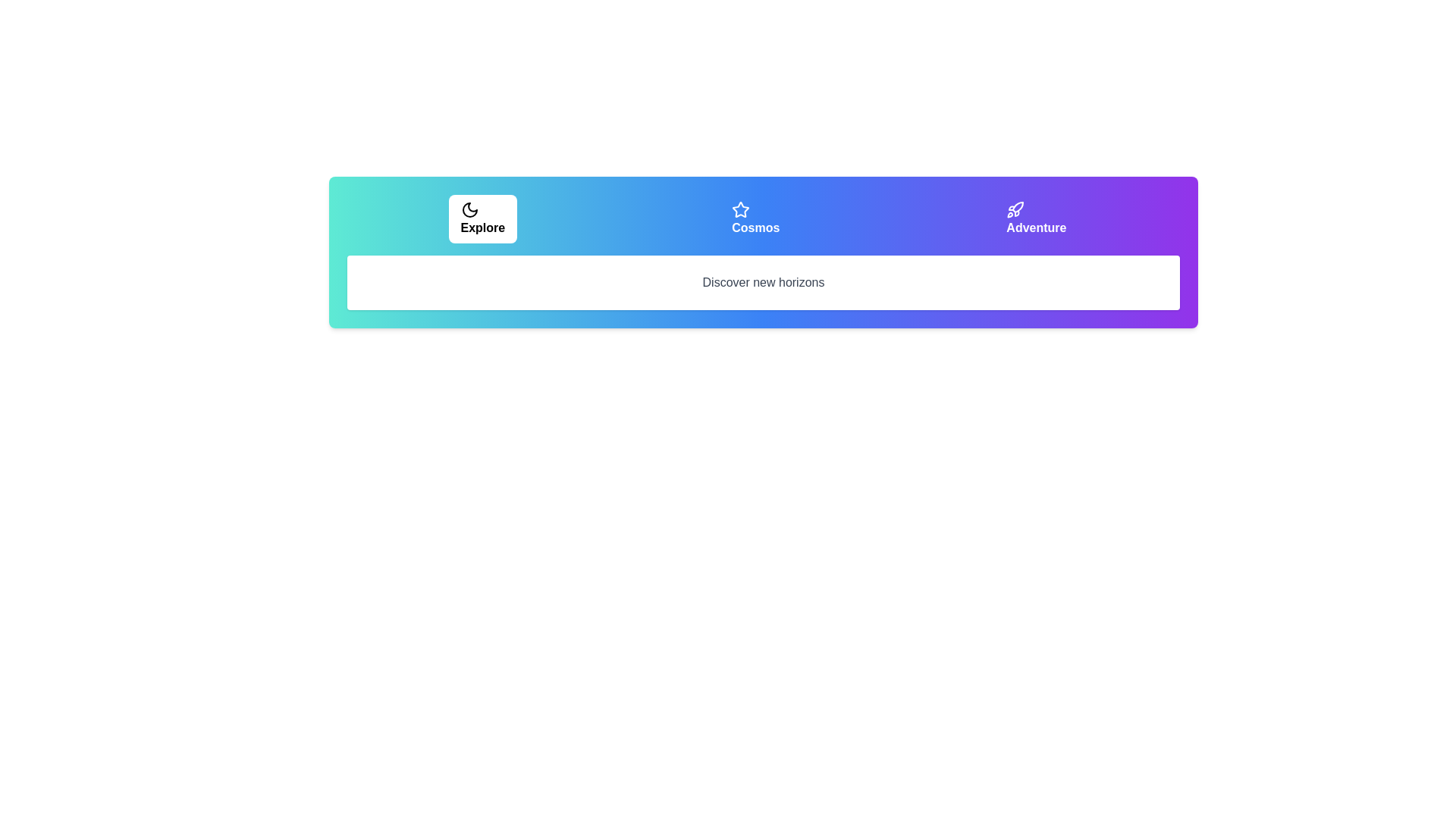 This screenshot has width=1456, height=819. Describe the element at coordinates (482, 219) in the screenshot. I see `the tab labeled Explore by clicking on its respective button` at that location.